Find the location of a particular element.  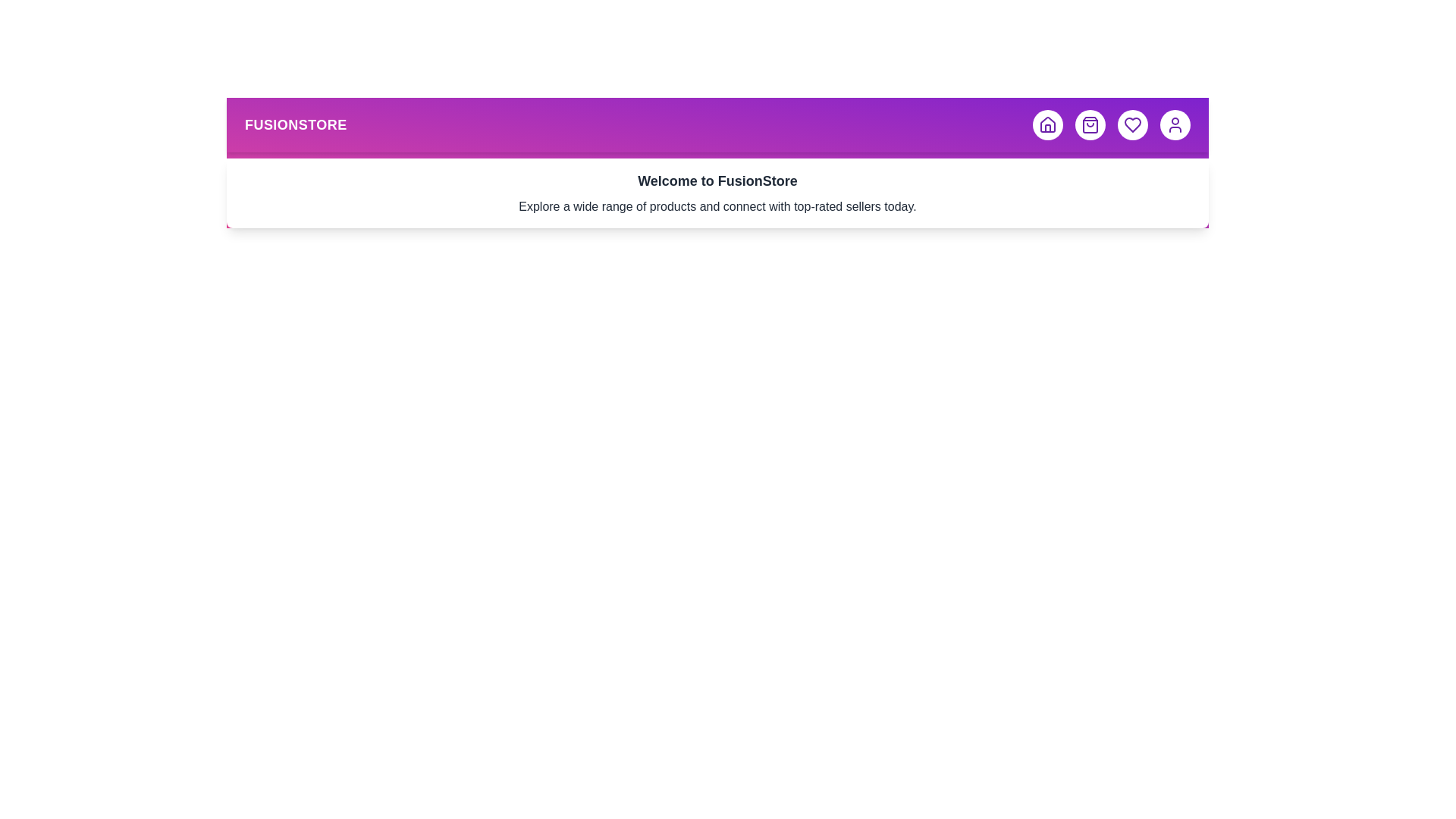

the heart icon to navigate to the respective section is located at coordinates (1132, 124).